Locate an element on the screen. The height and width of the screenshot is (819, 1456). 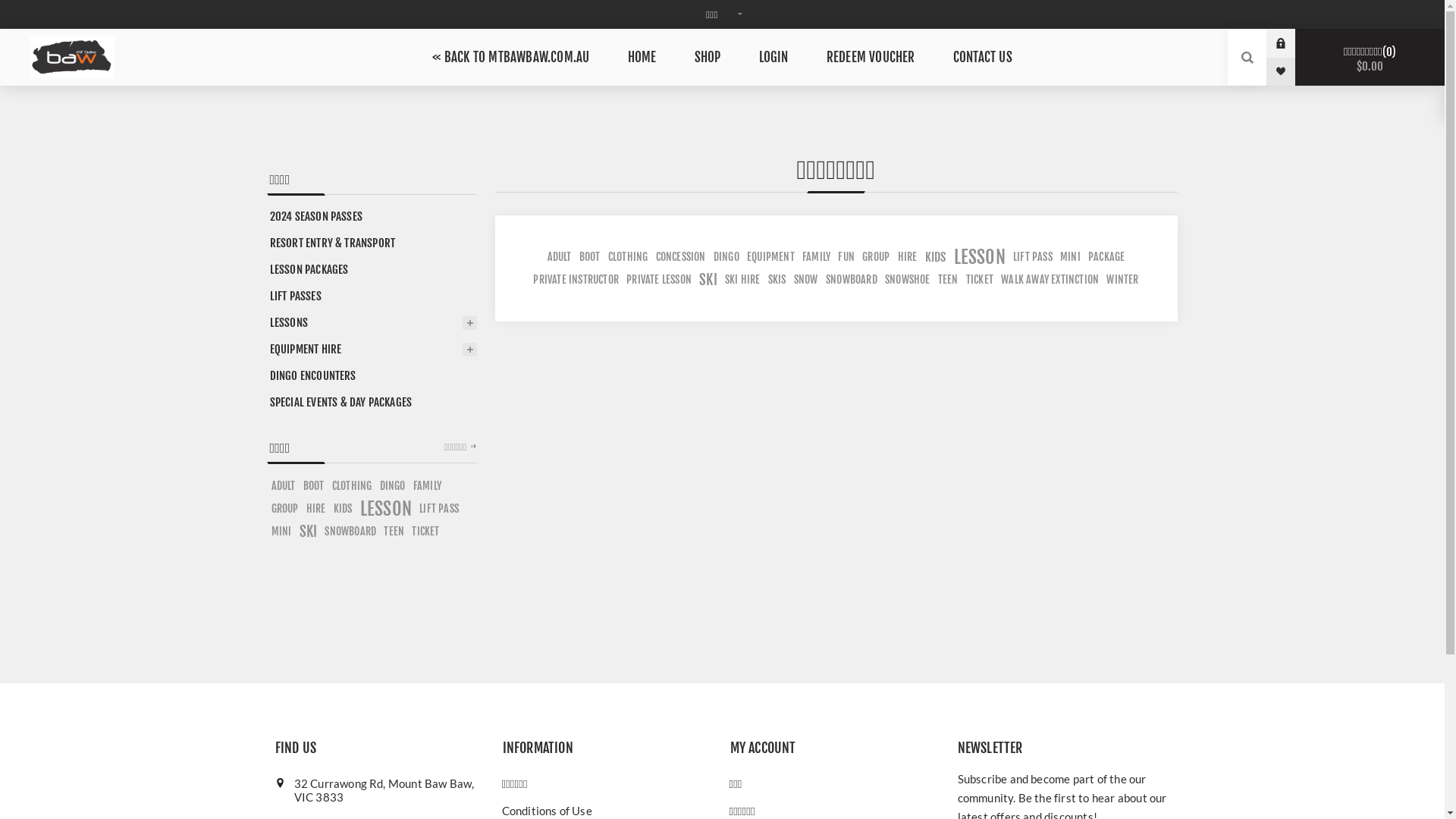
'FUN' is located at coordinates (836, 256).